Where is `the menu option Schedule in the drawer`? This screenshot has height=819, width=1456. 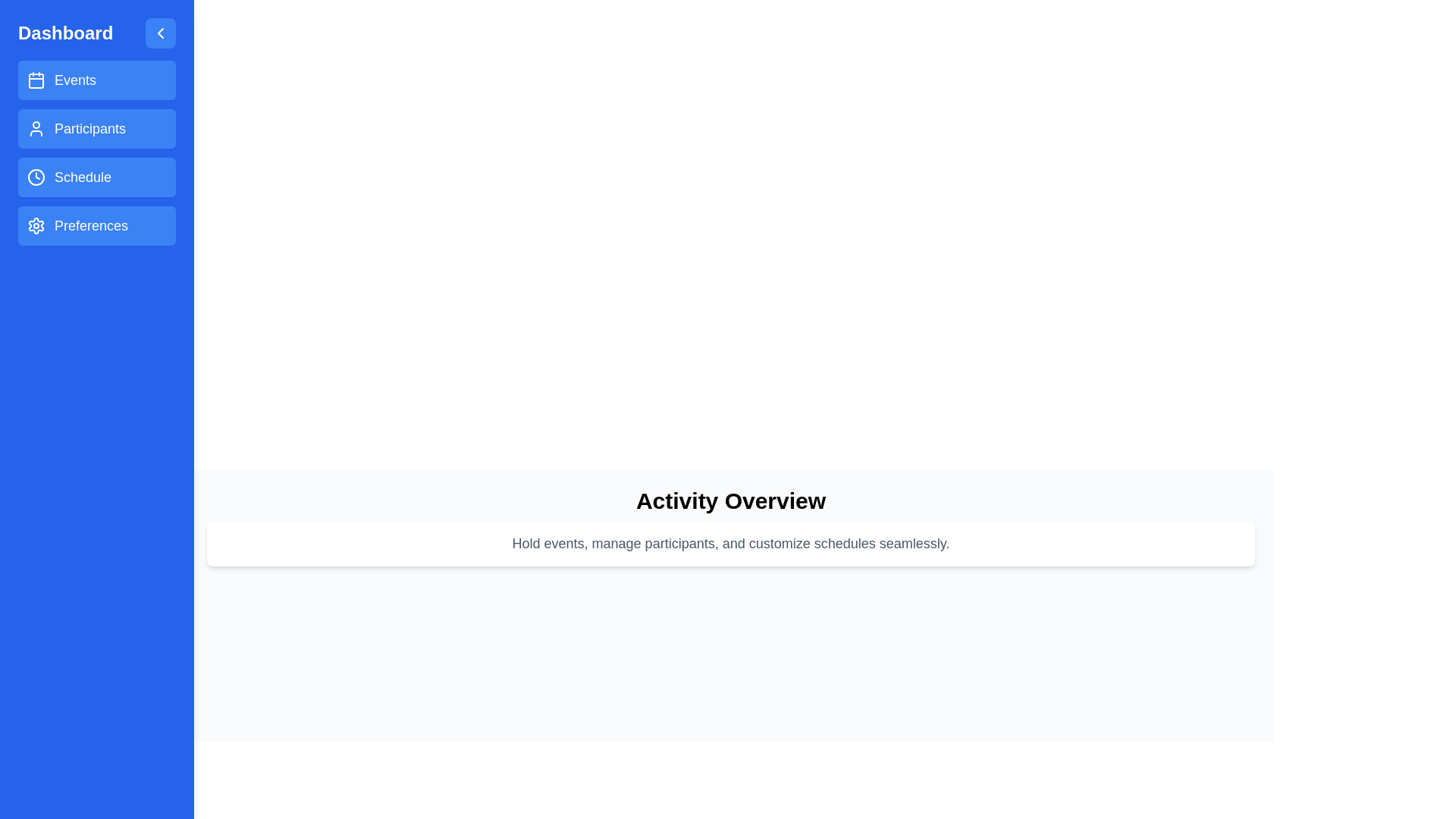 the menu option Schedule in the drawer is located at coordinates (96, 177).